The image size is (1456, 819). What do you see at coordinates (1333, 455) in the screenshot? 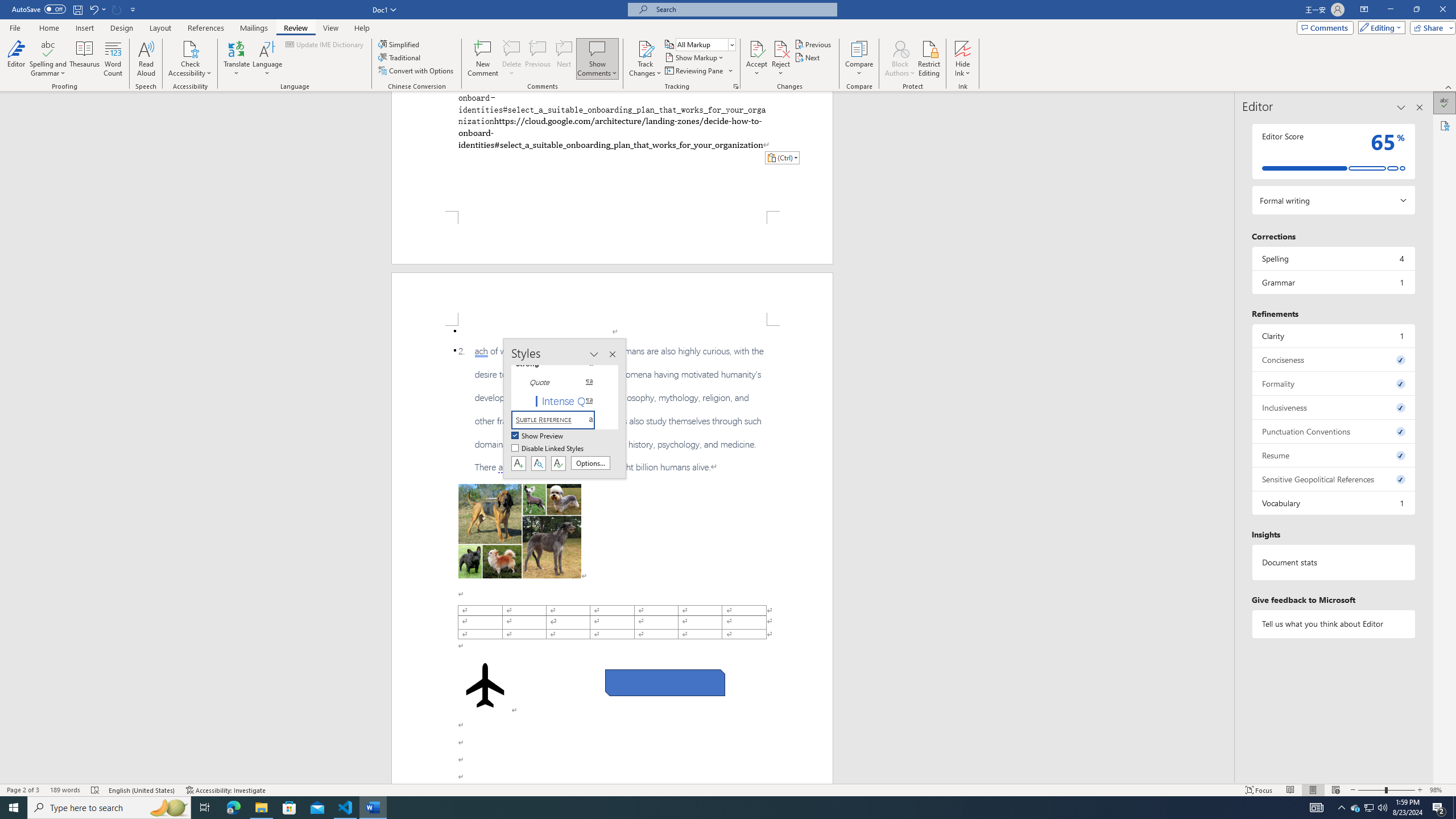
I see `'Resume, 0 issues. Press space or enter to review items.'` at bounding box center [1333, 455].